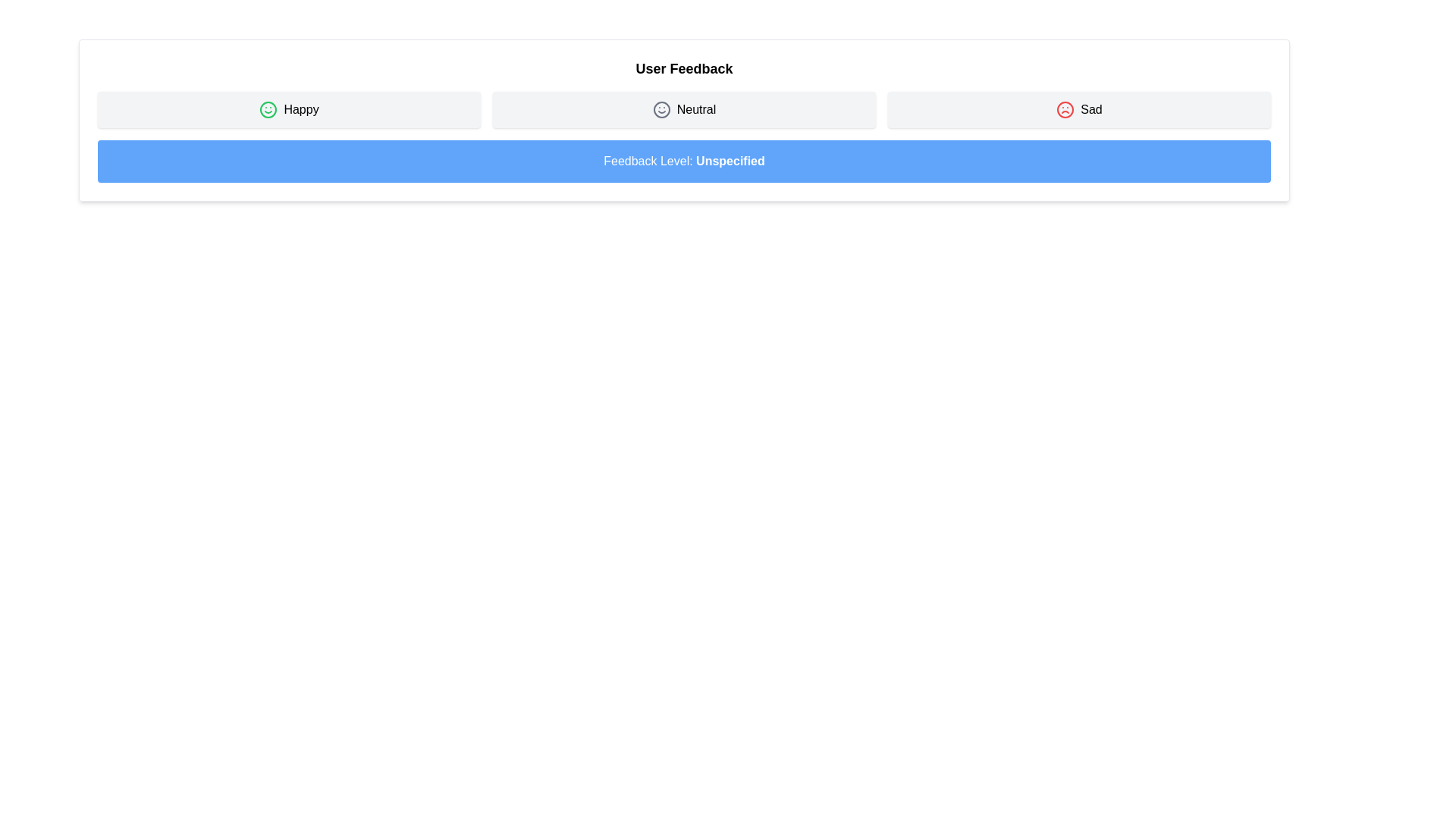  Describe the element at coordinates (289, 109) in the screenshot. I see `the 'Happy' feedback button, which is the first in a set of three horizontally aligned buttons, to provide visual feedback` at that location.